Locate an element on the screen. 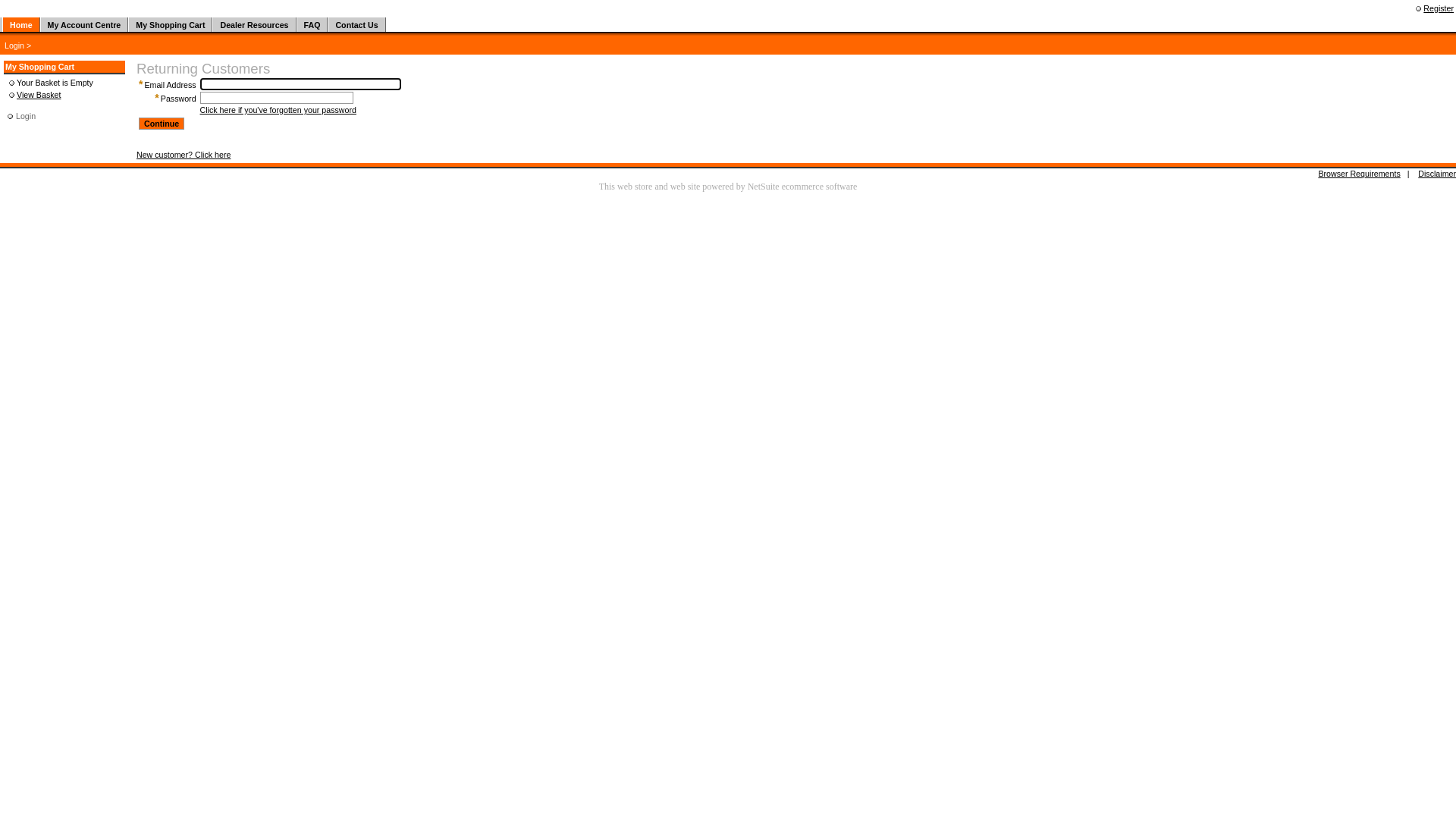 The image size is (1456, 819). 'My Shopping Cart' is located at coordinates (5, 66).